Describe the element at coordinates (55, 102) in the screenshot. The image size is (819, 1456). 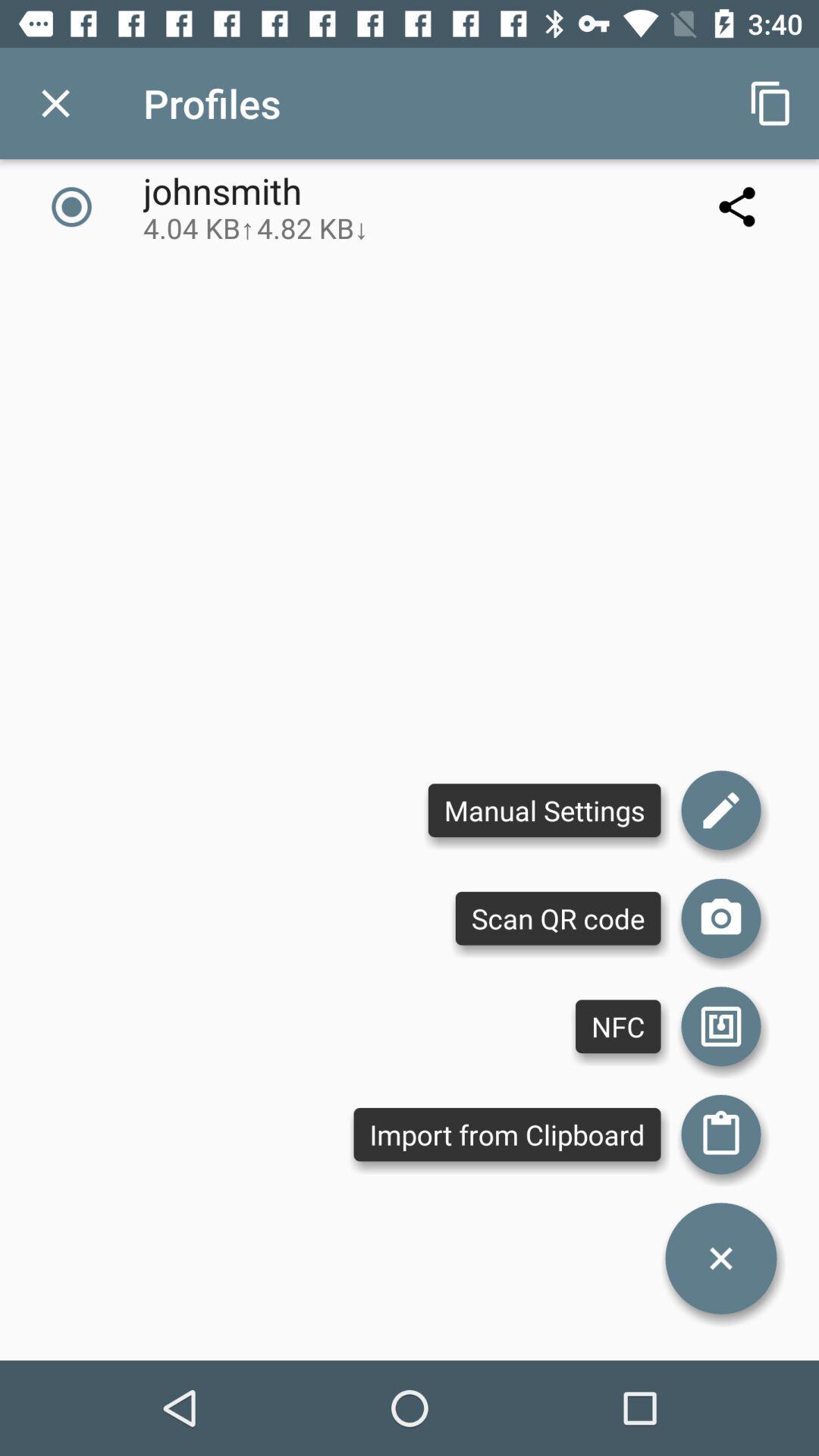
I see `app` at that location.